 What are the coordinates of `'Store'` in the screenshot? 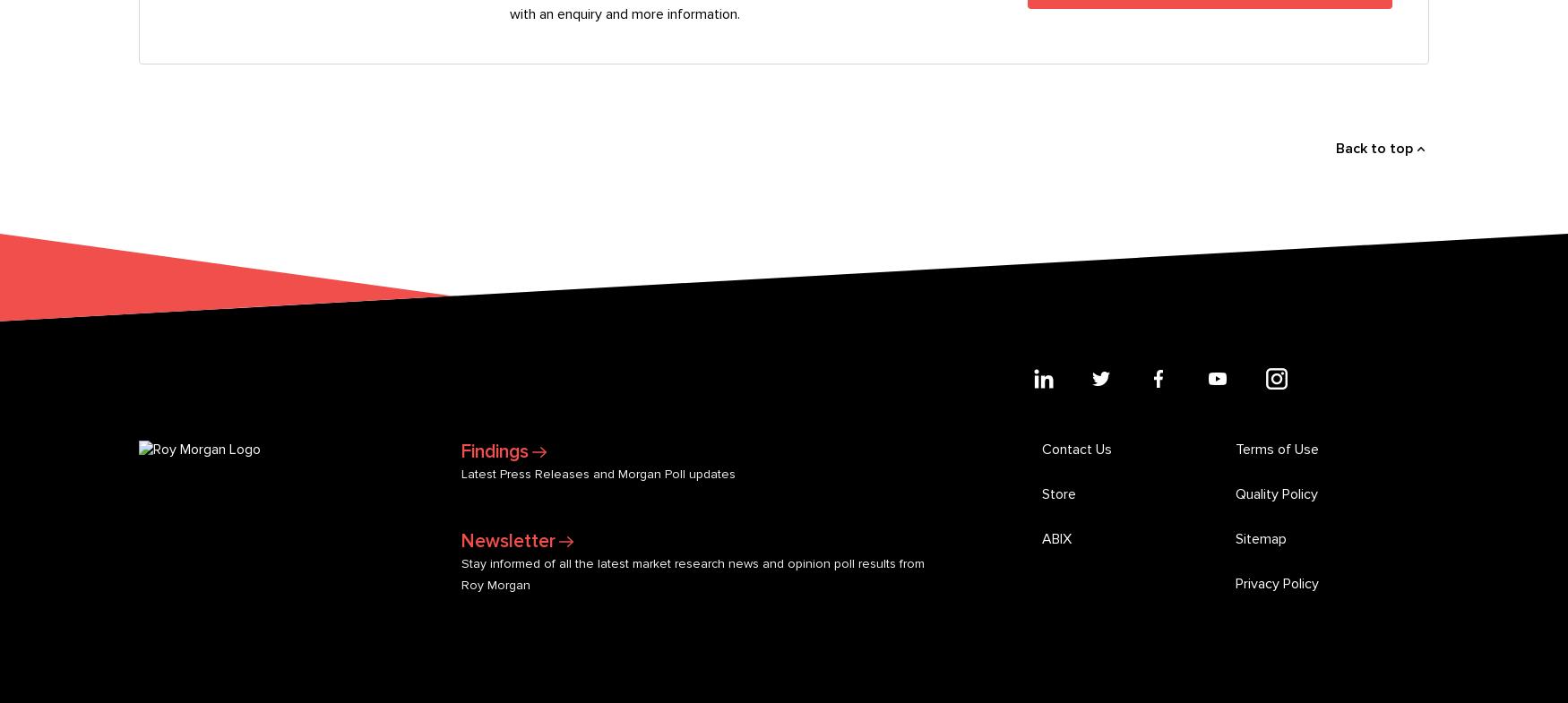 It's located at (1057, 190).